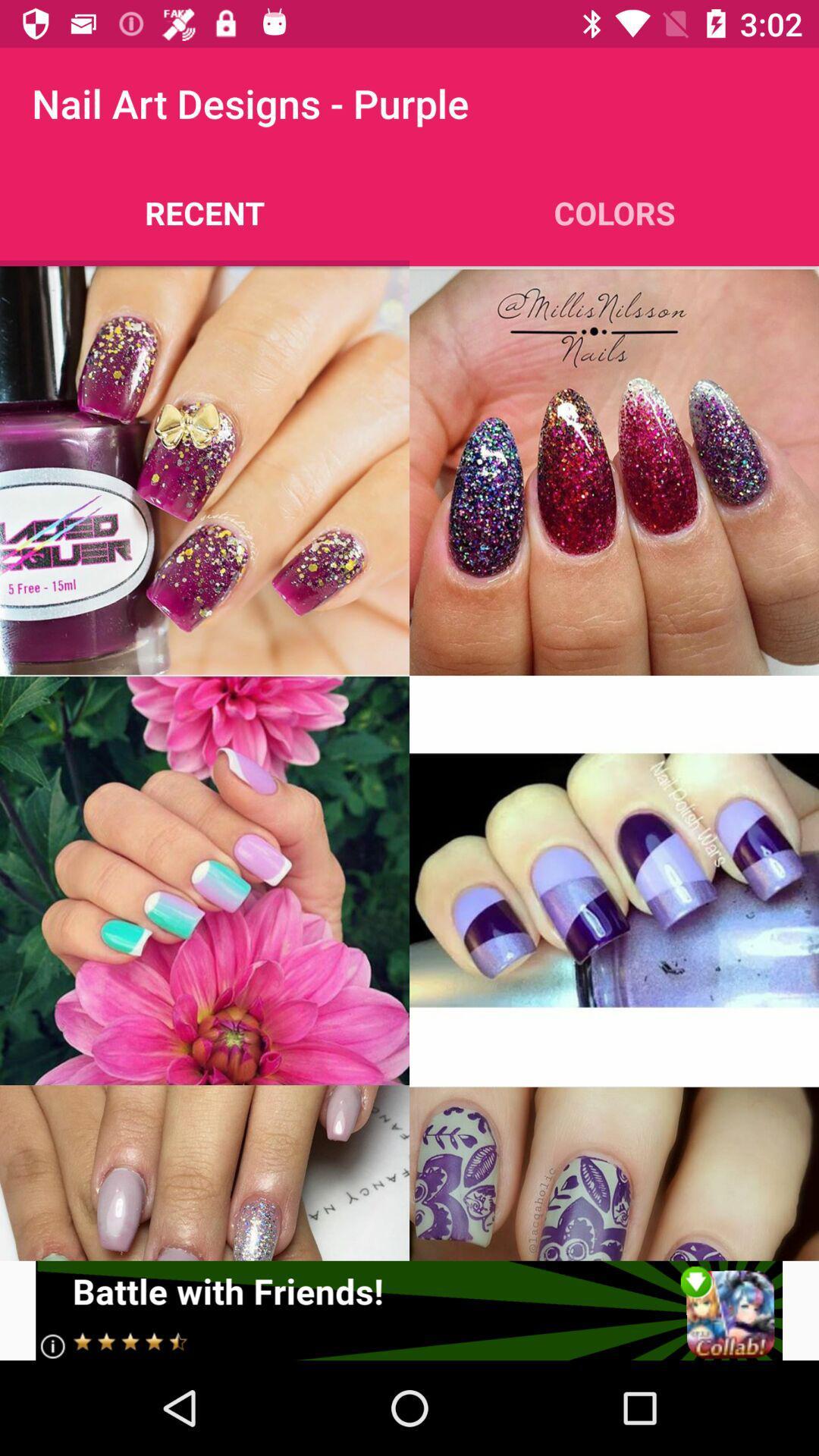 The width and height of the screenshot is (819, 1456). What do you see at coordinates (408, 1310) in the screenshot?
I see `click advertisement` at bounding box center [408, 1310].